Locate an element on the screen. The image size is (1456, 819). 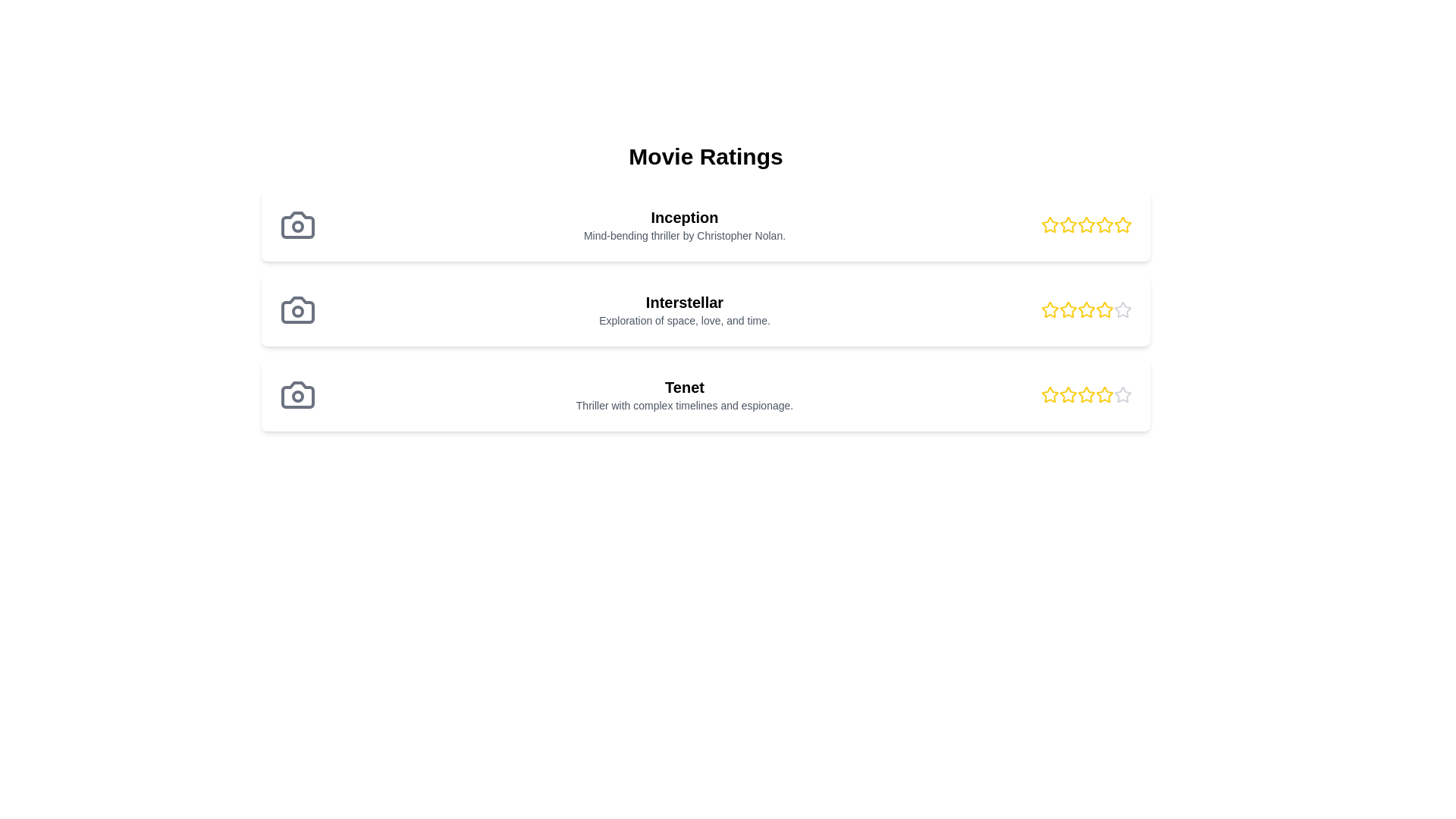
the third yellow star in the rating component for the movie 'Inception', which indicates a rating level is located at coordinates (1086, 225).